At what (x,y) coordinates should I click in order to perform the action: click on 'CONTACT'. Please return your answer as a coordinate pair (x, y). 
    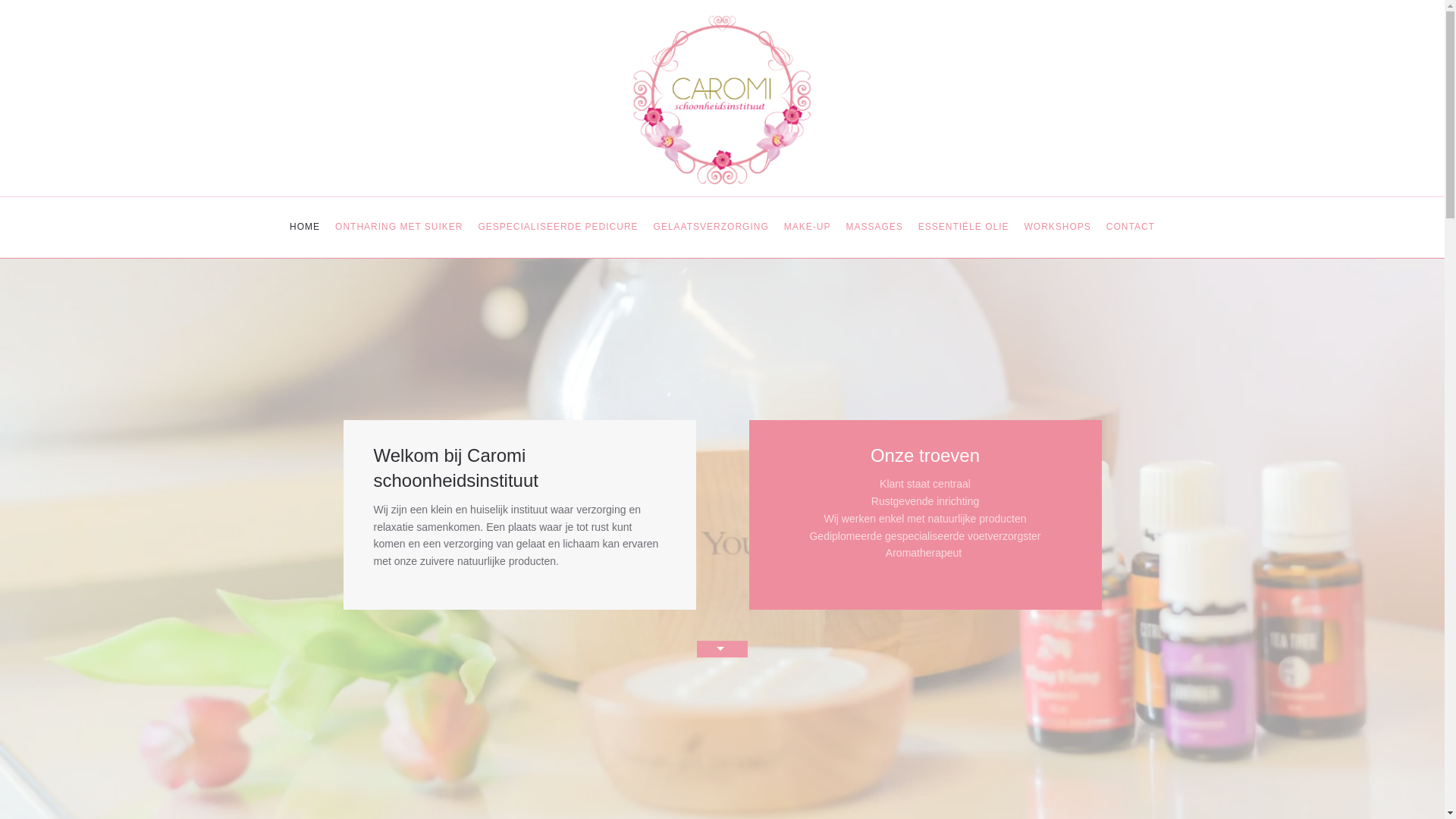
    Looking at the image, I should click on (1131, 227).